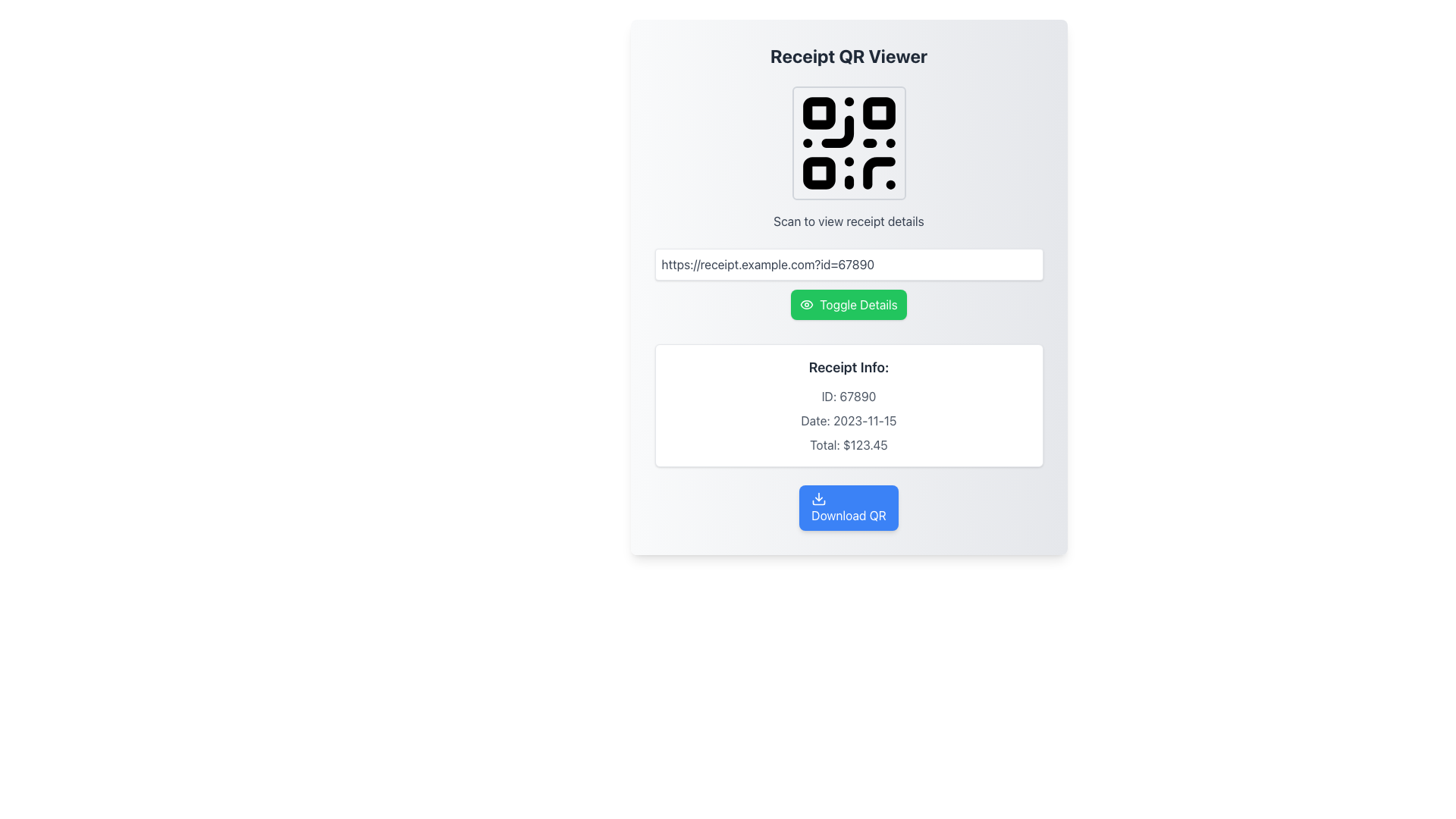 Image resolution: width=1456 pixels, height=819 pixels. I want to click on the graphical element that contributes to the QR code composition located in the top section of the interface, above the input field, specifically in the lower right quadrant, so click(879, 172).